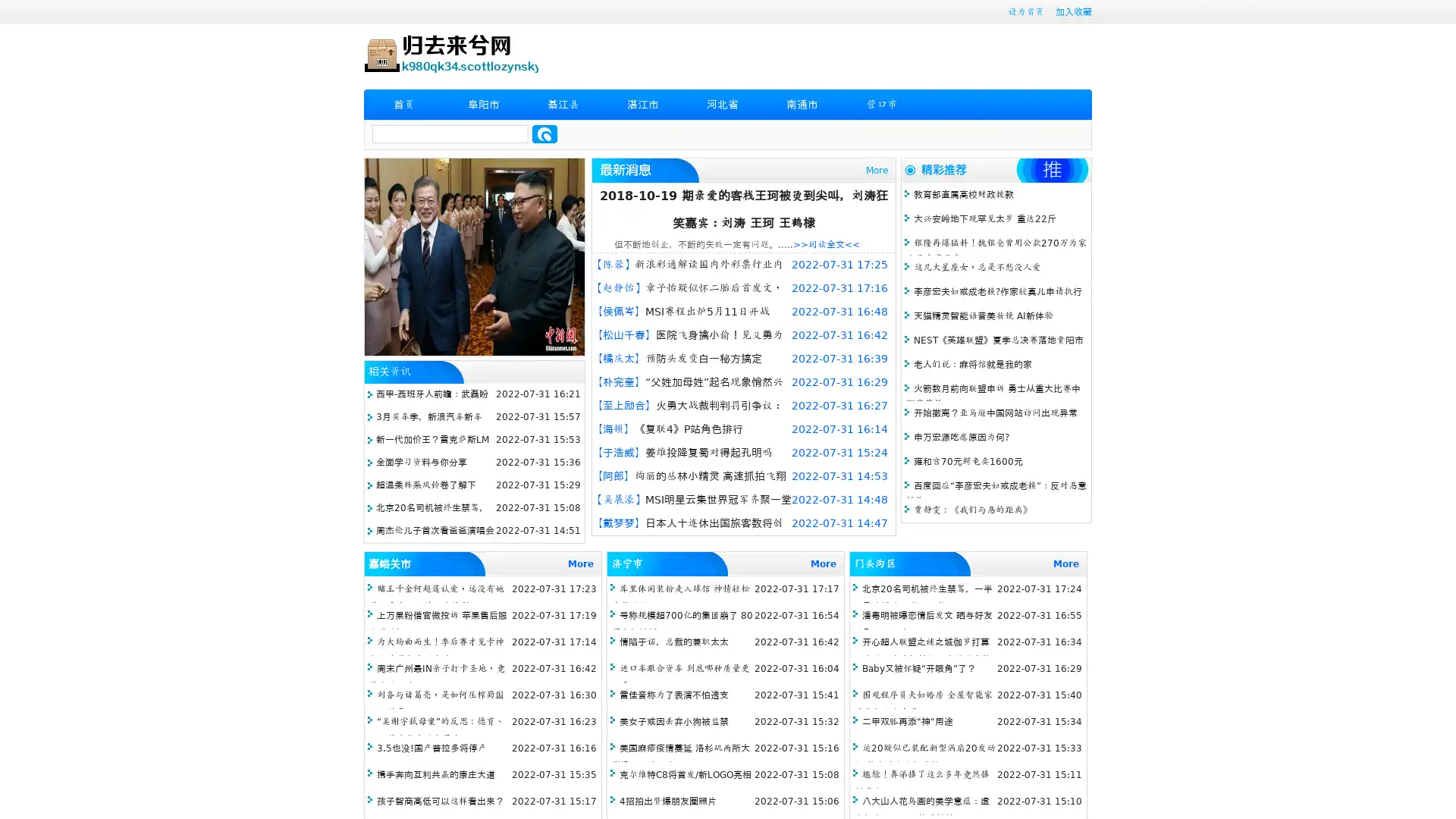 This screenshot has width=1456, height=819. Describe the element at coordinates (544, 133) in the screenshot. I see `Search` at that location.